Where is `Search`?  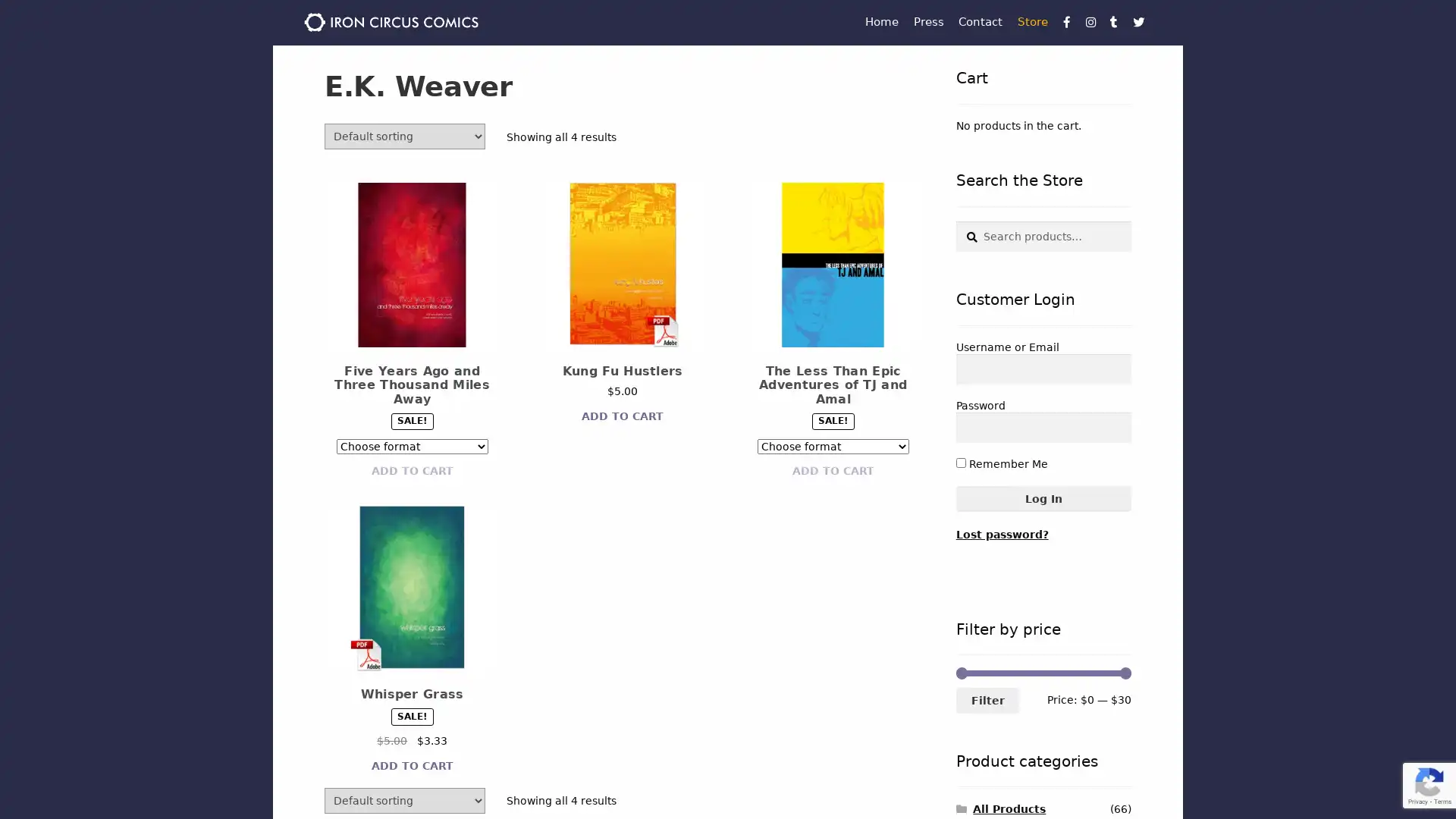 Search is located at coordinates (954, 221).